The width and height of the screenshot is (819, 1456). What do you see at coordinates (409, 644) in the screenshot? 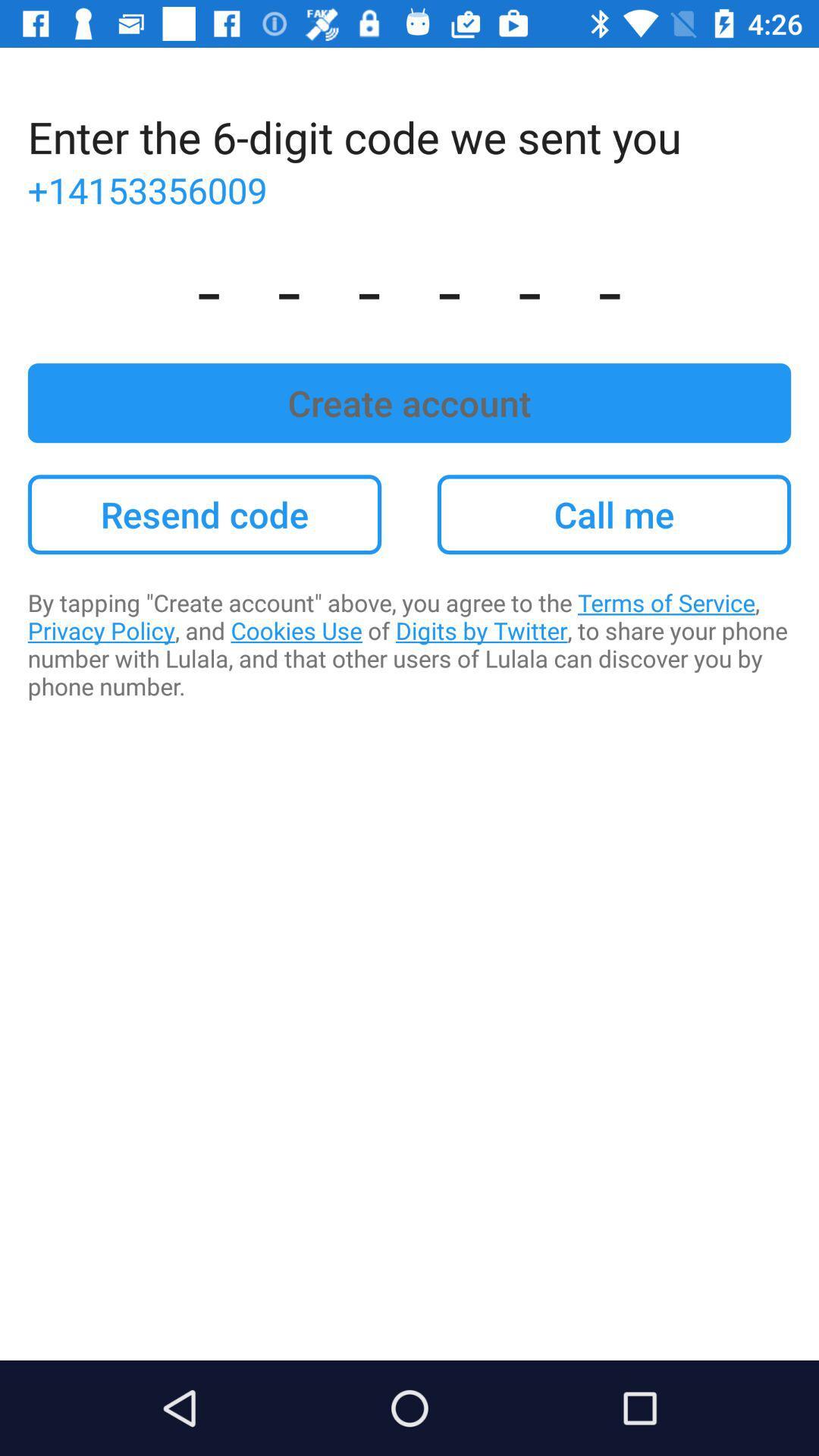
I see `by tapping create item` at bounding box center [409, 644].